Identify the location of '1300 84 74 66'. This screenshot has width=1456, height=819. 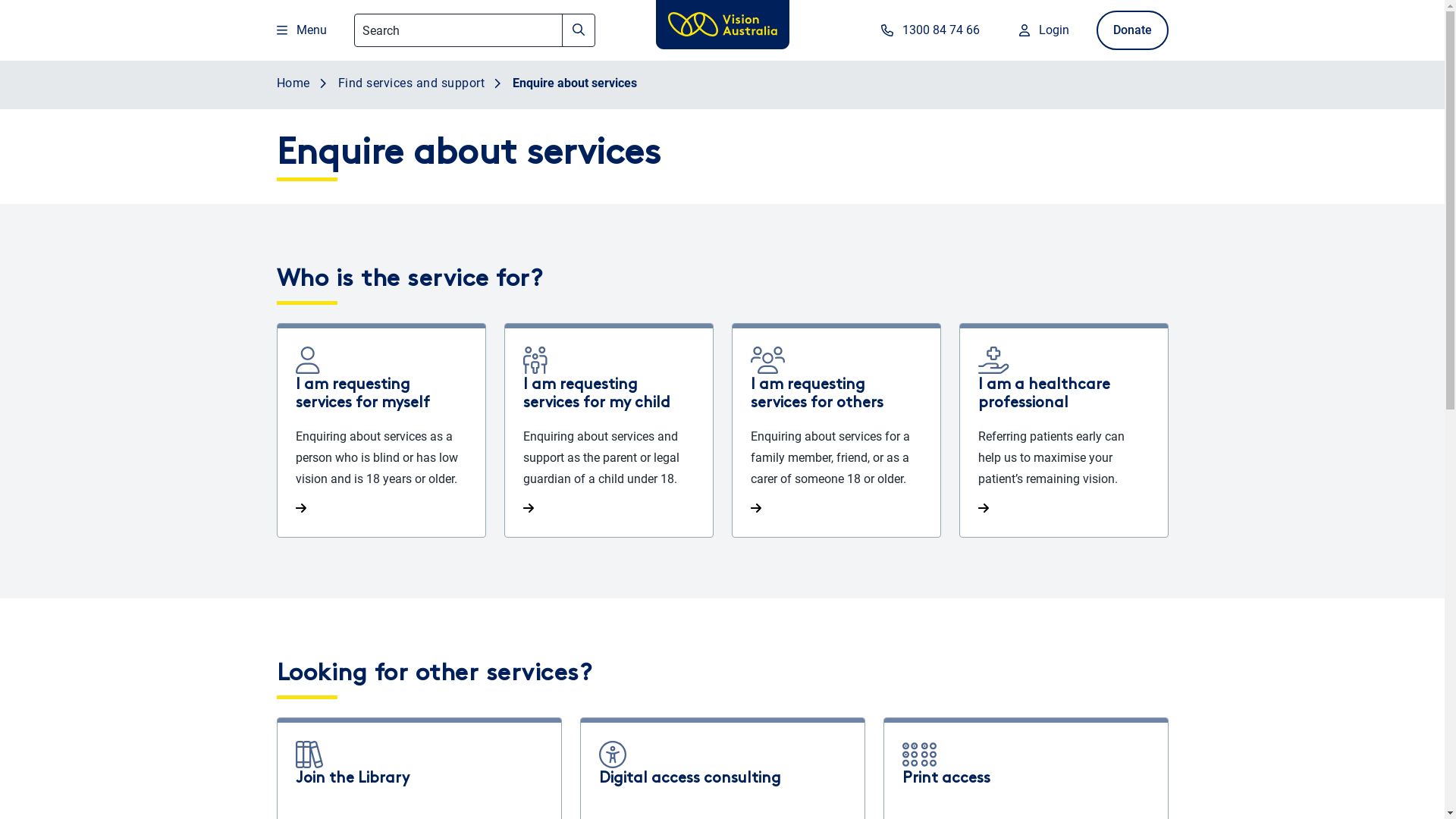
(927, 30).